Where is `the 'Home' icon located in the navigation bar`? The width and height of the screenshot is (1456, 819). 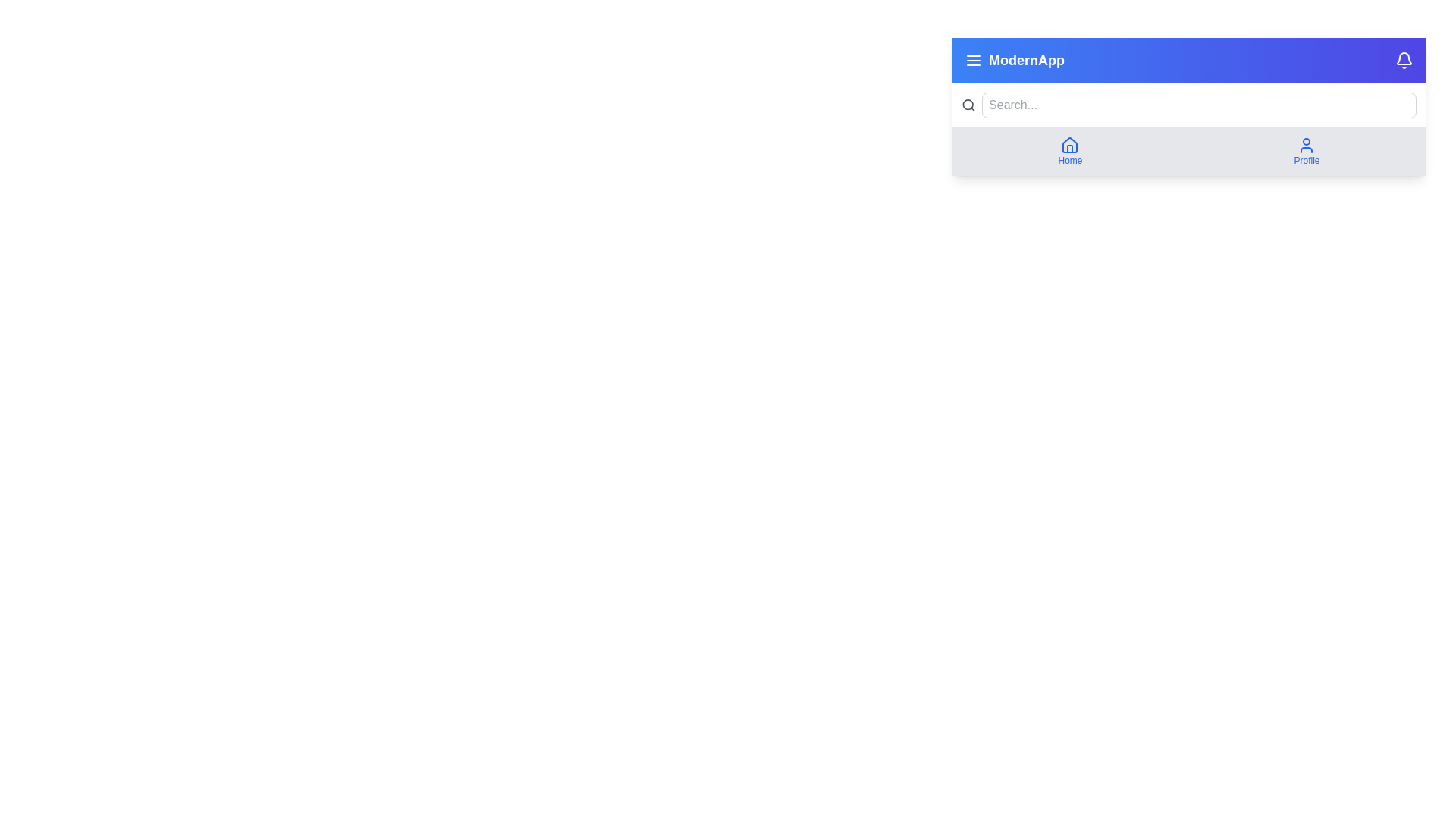
the 'Home' icon located in the navigation bar is located at coordinates (1069, 145).